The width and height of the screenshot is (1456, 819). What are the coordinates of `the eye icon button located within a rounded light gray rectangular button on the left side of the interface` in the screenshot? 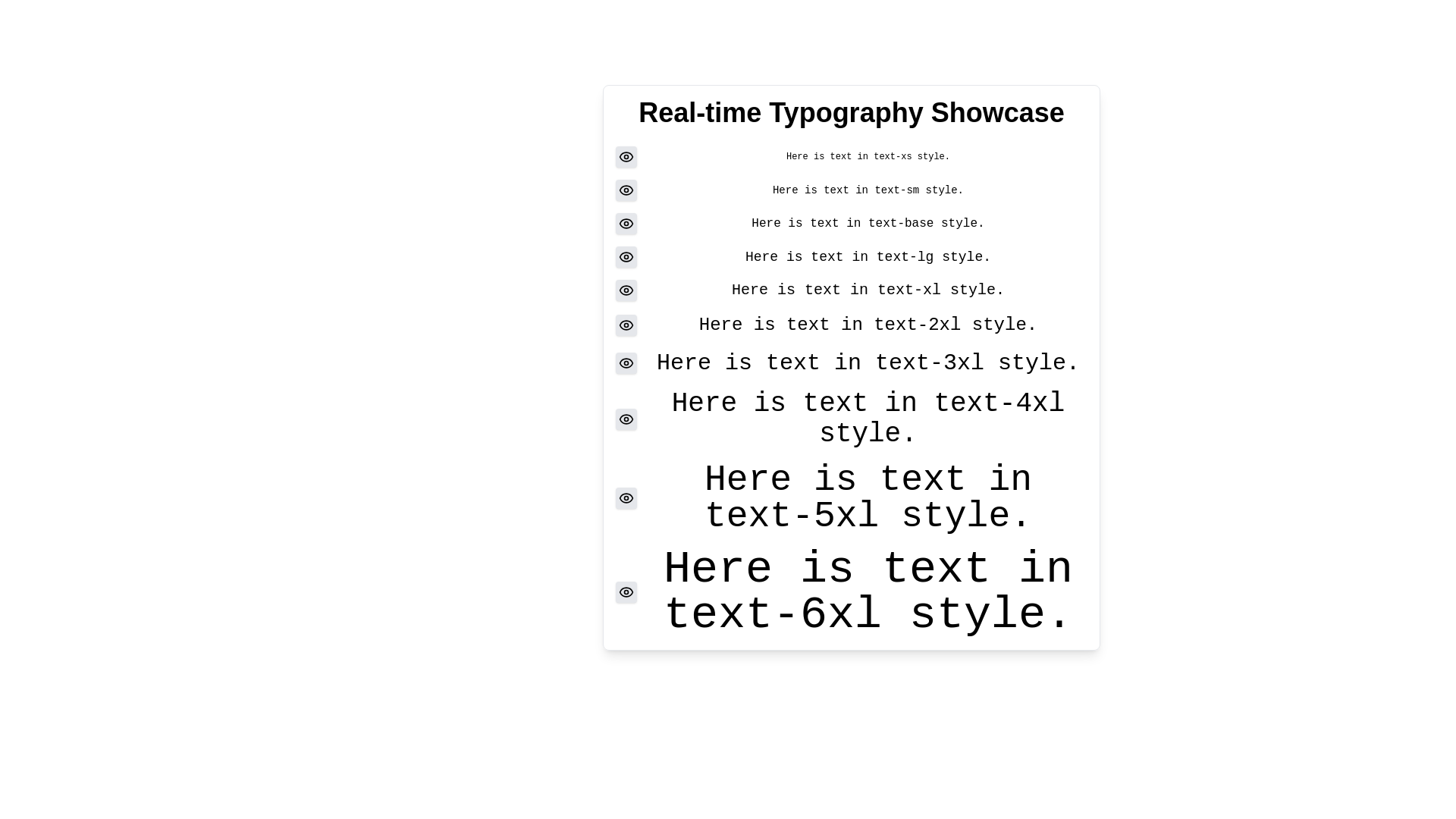 It's located at (626, 256).